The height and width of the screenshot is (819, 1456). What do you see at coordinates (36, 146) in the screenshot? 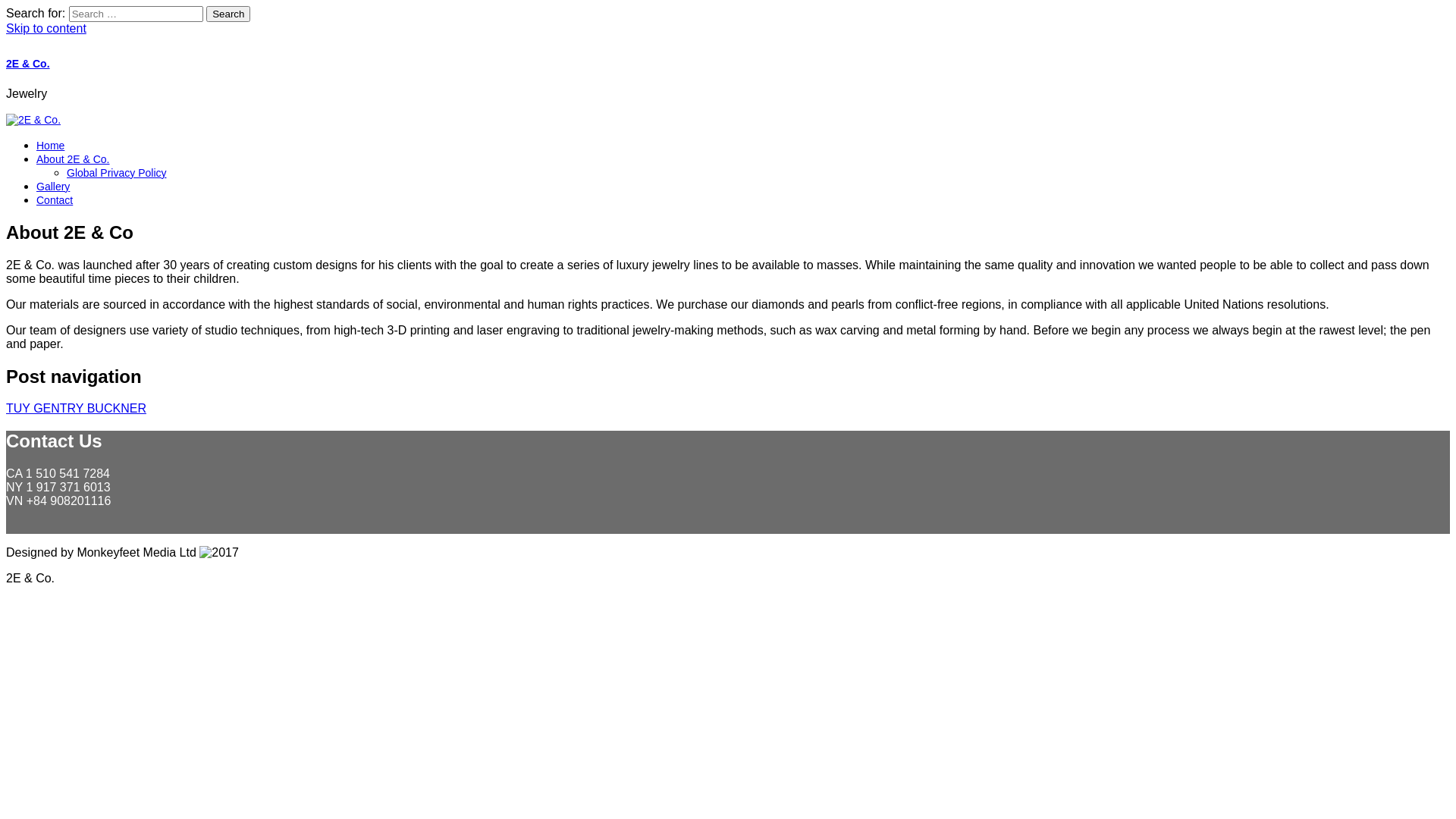
I see `'Home'` at bounding box center [36, 146].